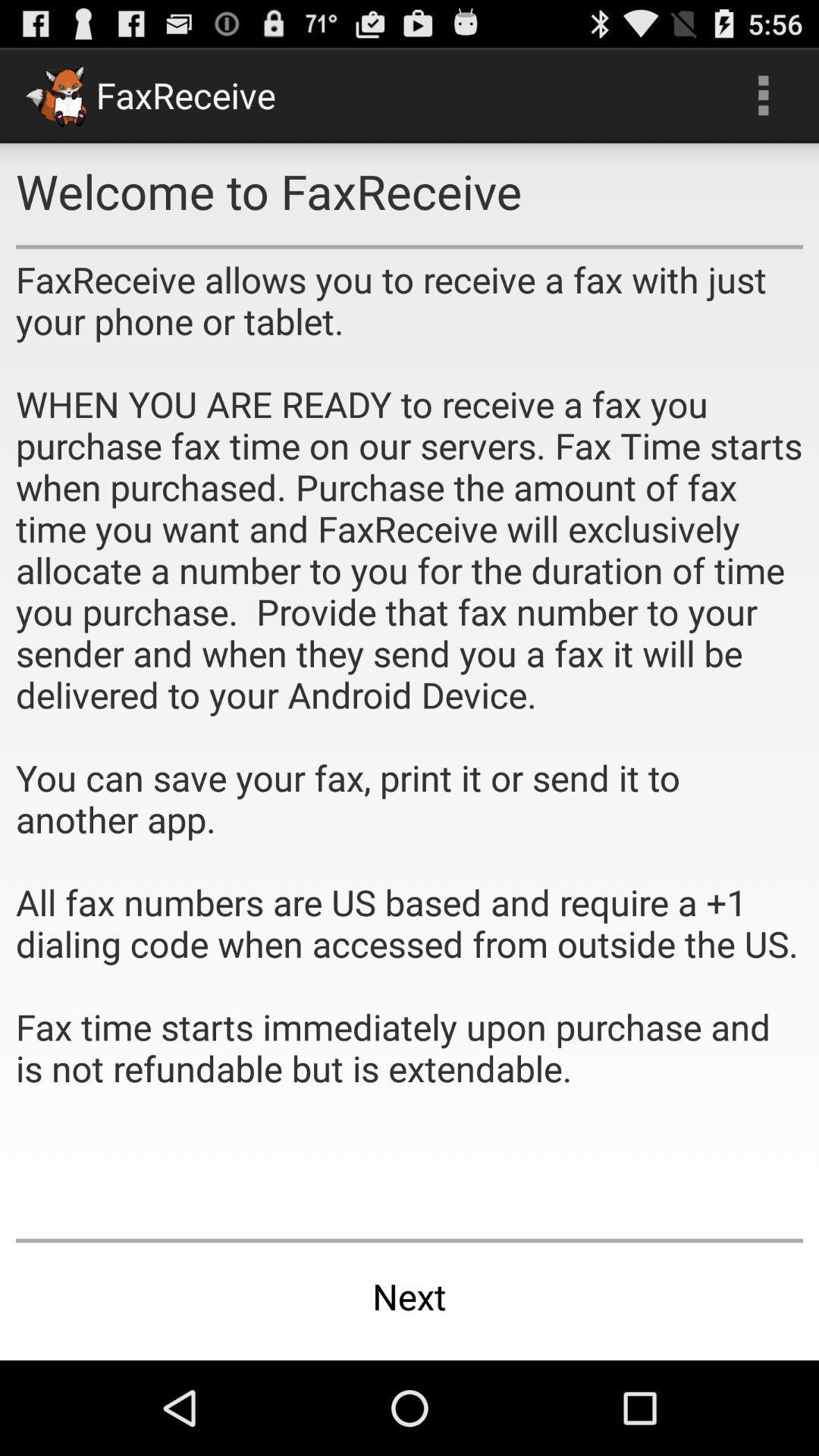 The height and width of the screenshot is (1456, 819). What do you see at coordinates (763, 94) in the screenshot?
I see `app to the right of faxreceive icon` at bounding box center [763, 94].